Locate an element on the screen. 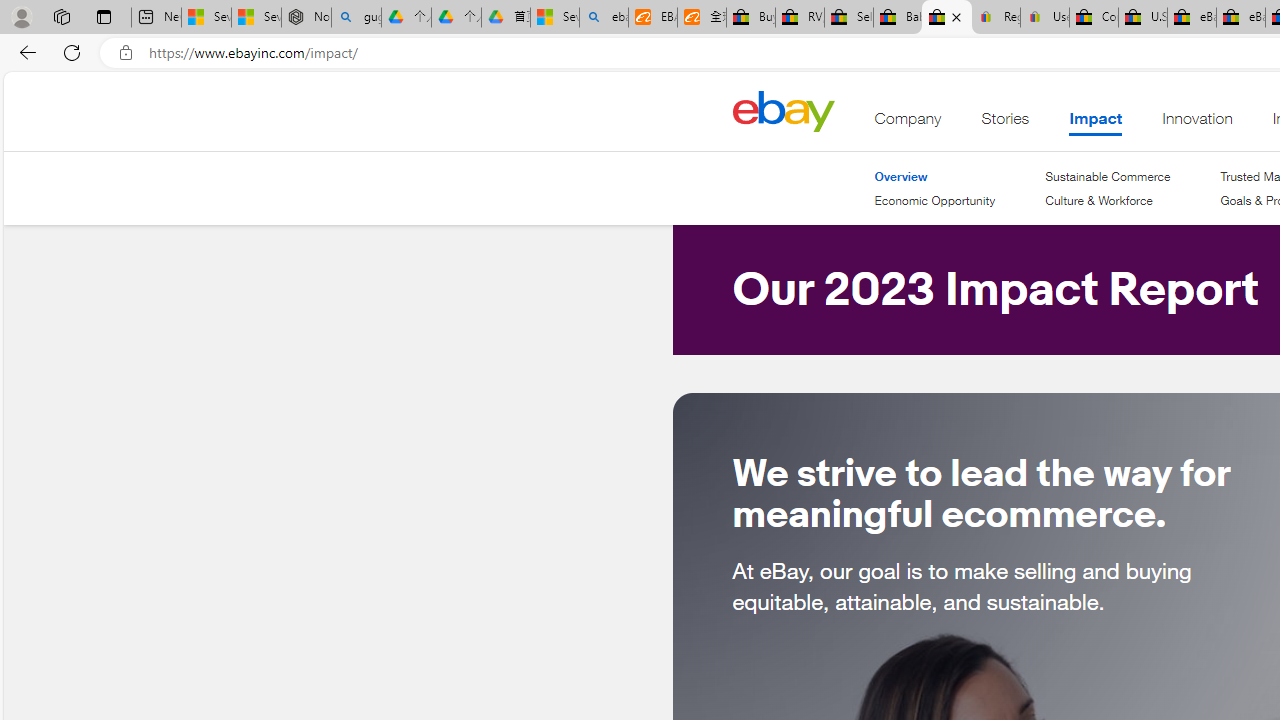  'Sustainable Commerce' is located at coordinates (1106, 176).